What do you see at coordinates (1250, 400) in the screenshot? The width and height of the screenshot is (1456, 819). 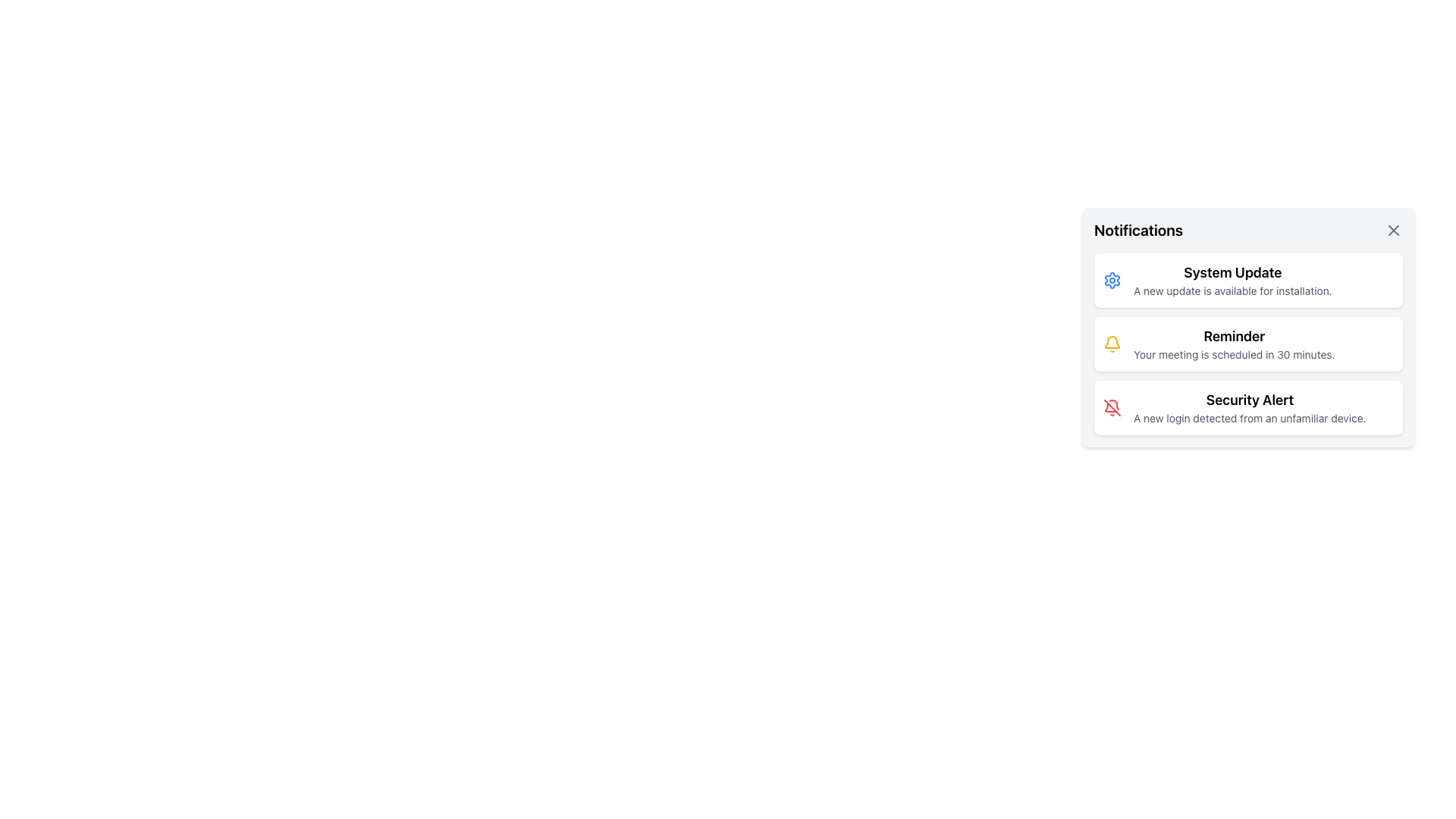 I see `text label that serves as the title of the third notification in the 'Notifications' card, indicating a new login from an unfamiliar device` at bounding box center [1250, 400].